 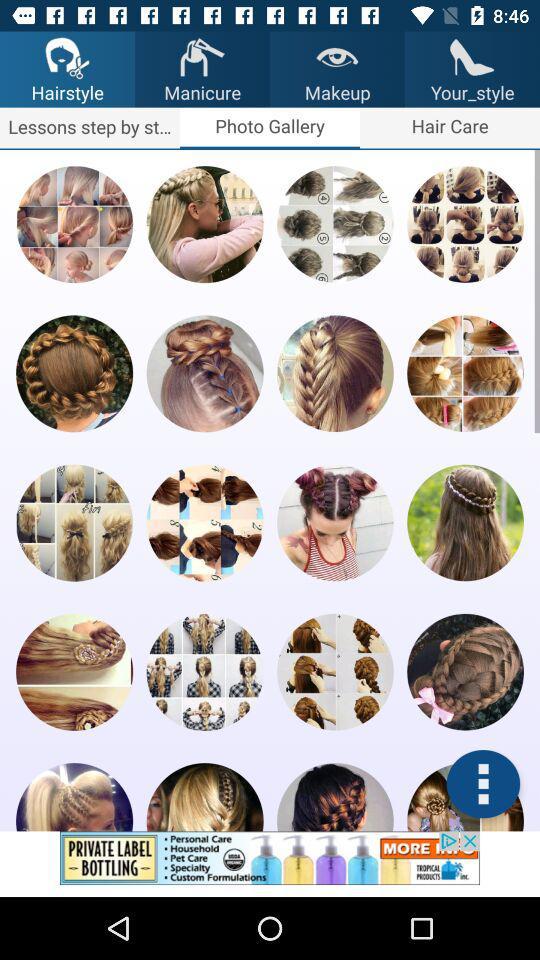 I want to click on picture option, so click(x=465, y=372).